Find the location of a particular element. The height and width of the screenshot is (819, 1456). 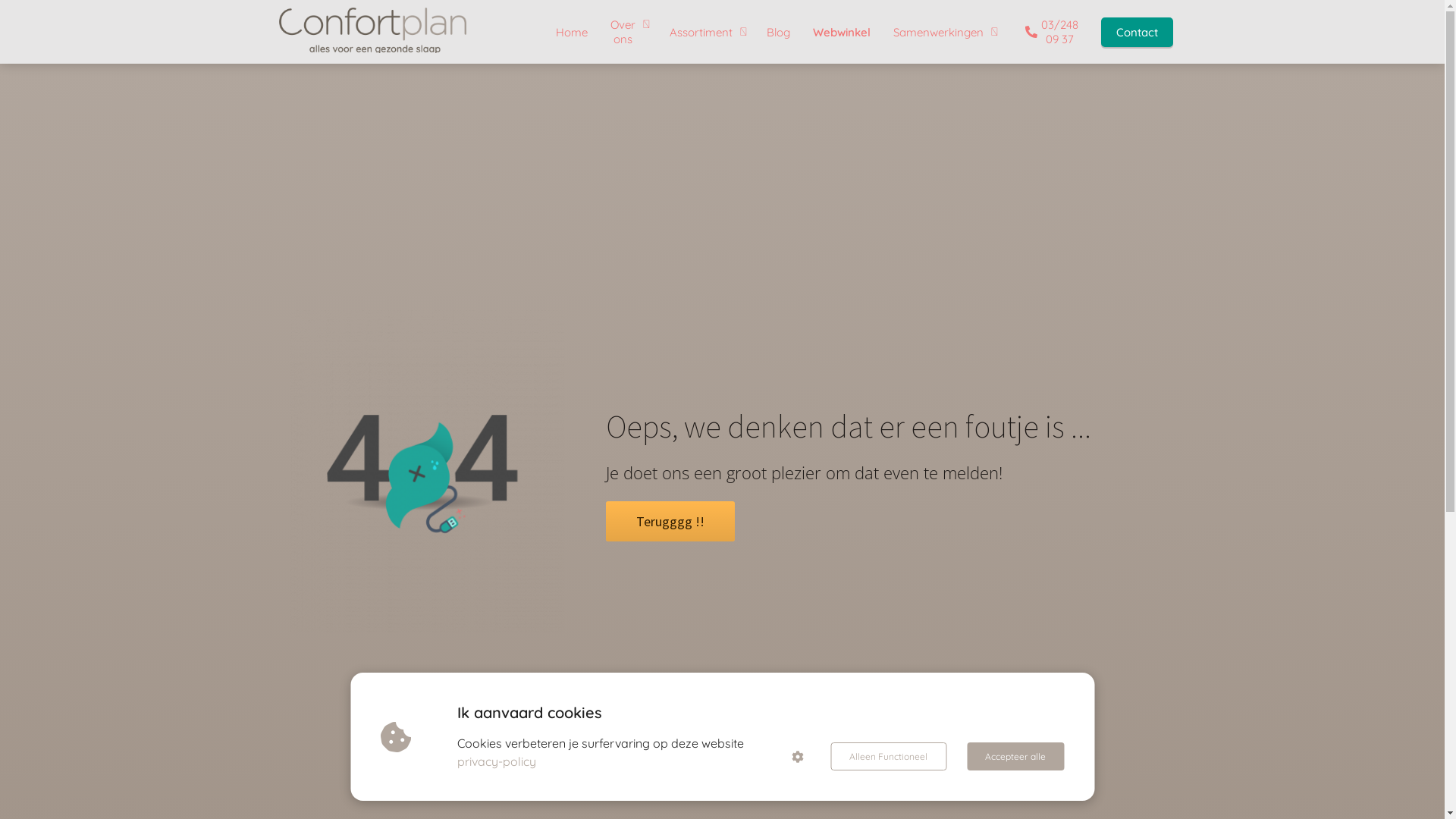

'Terugggg !!' is located at coordinates (669, 522).